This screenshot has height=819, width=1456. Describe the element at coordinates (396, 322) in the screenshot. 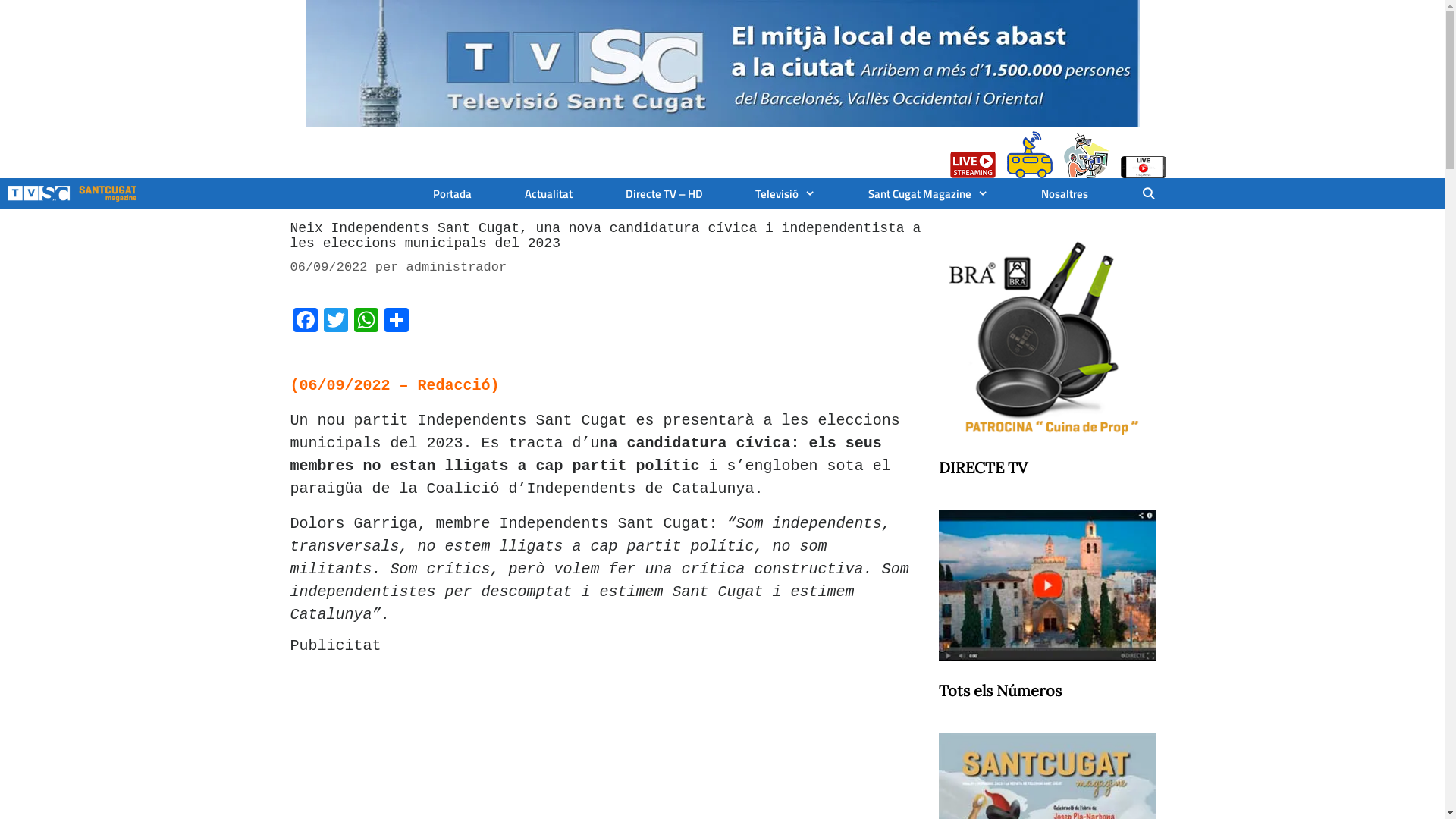

I see `'Comparteix'` at that location.